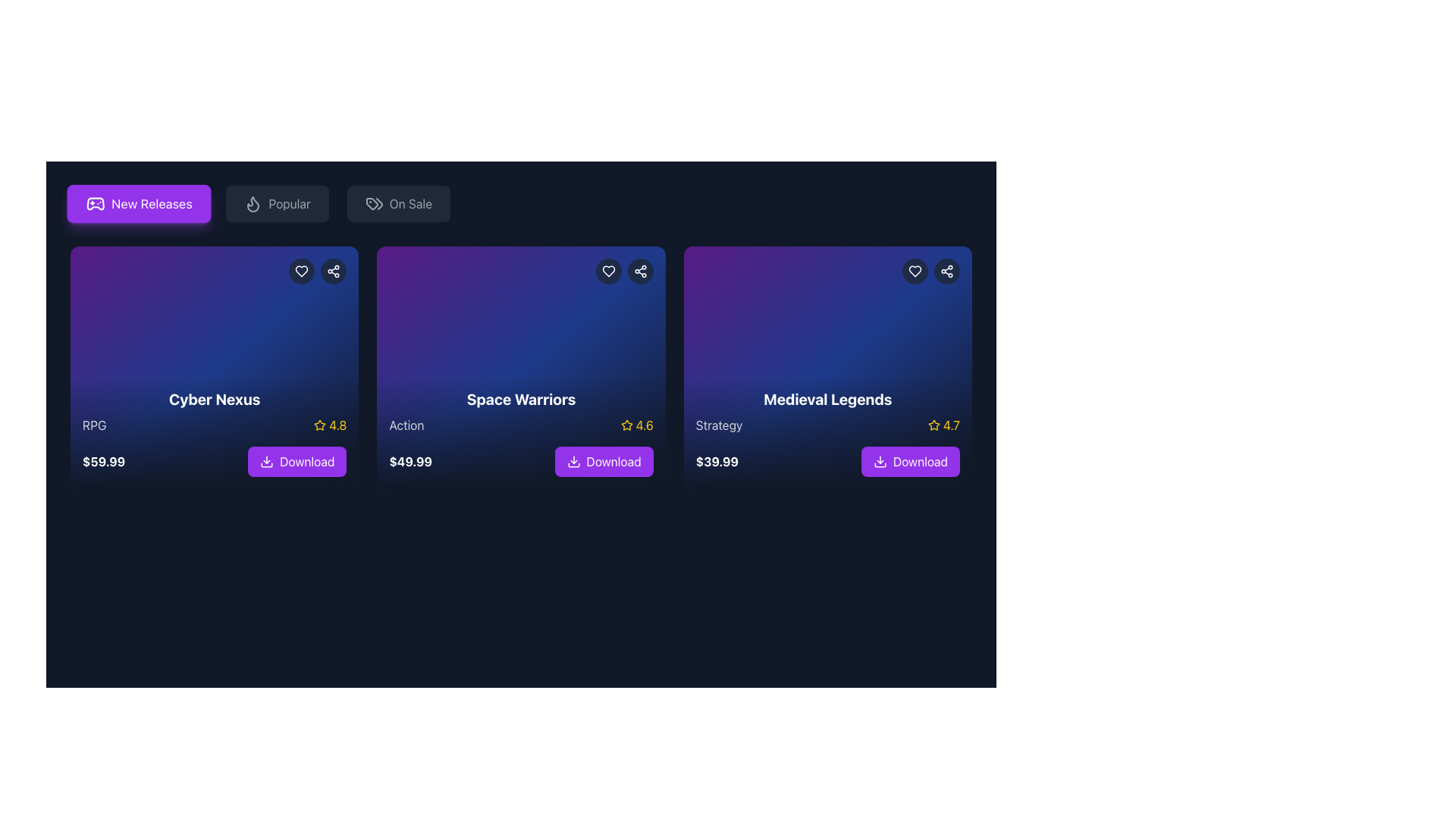 This screenshot has width=1456, height=819. What do you see at coordinates (337, 425) in the screenshot?
I see `text displaying the rating '4.8' for the product 'Cyber Nexus', which is located on the right side of a group containing a star icon in the bottom right corner of the first card in a horizontally aligned list of cards` at bounding box center [337, 425].